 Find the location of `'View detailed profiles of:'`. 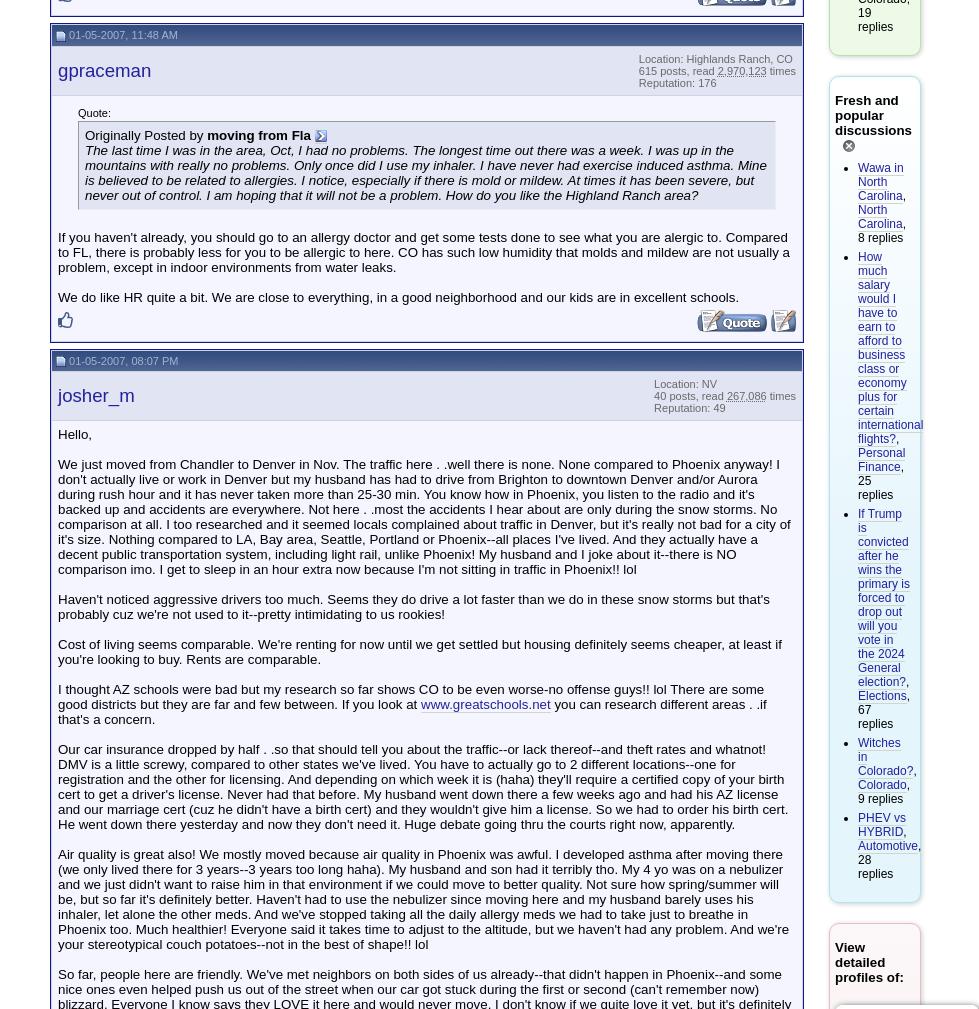

'View detailed profiles of:' is located at coordinates (867, 962).